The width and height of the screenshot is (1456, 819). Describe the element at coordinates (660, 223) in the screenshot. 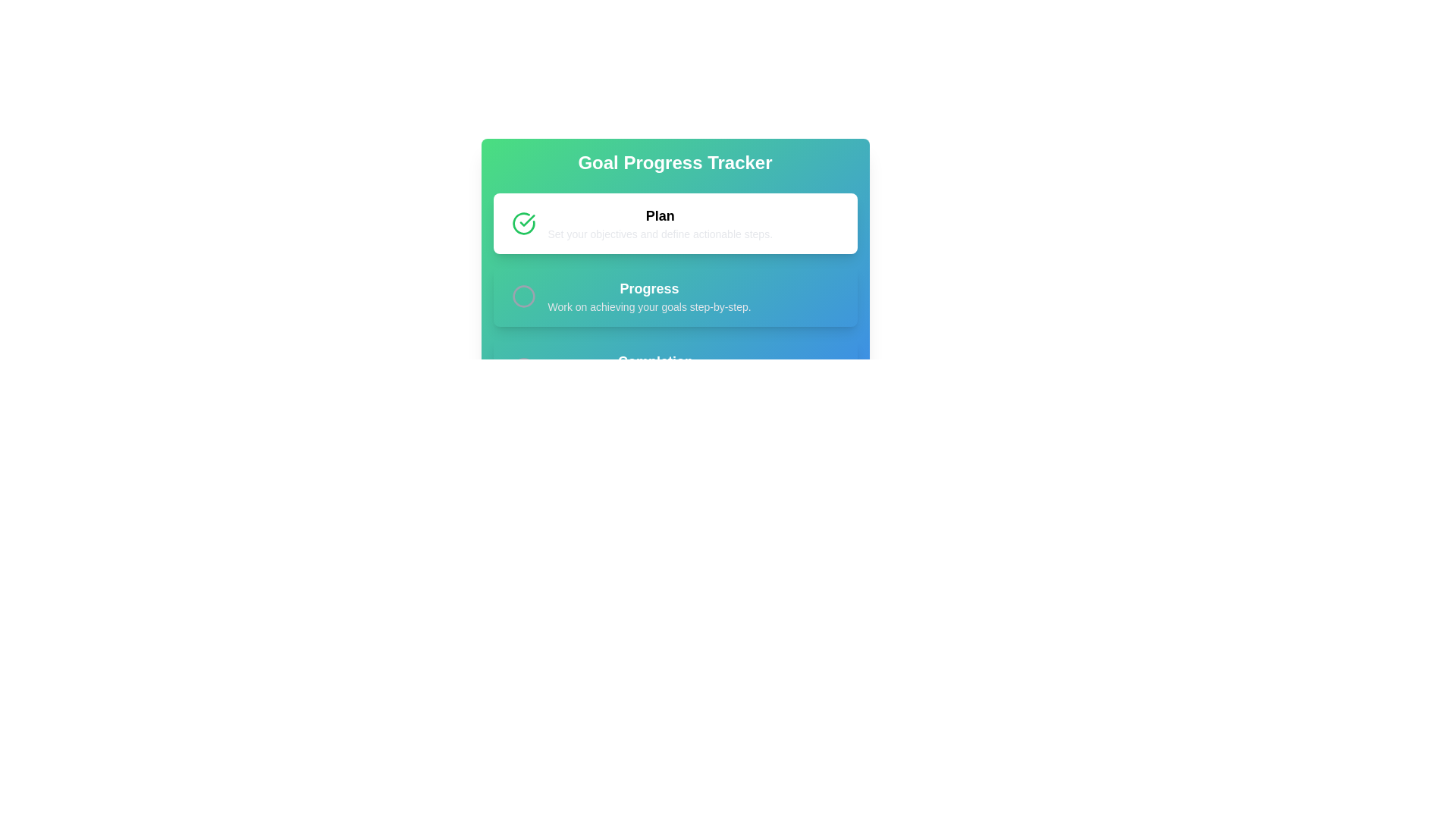

I see `the Text Block titled 'Plan', which contains the description 'Set your objectives and define actionable steps.'` at that location.